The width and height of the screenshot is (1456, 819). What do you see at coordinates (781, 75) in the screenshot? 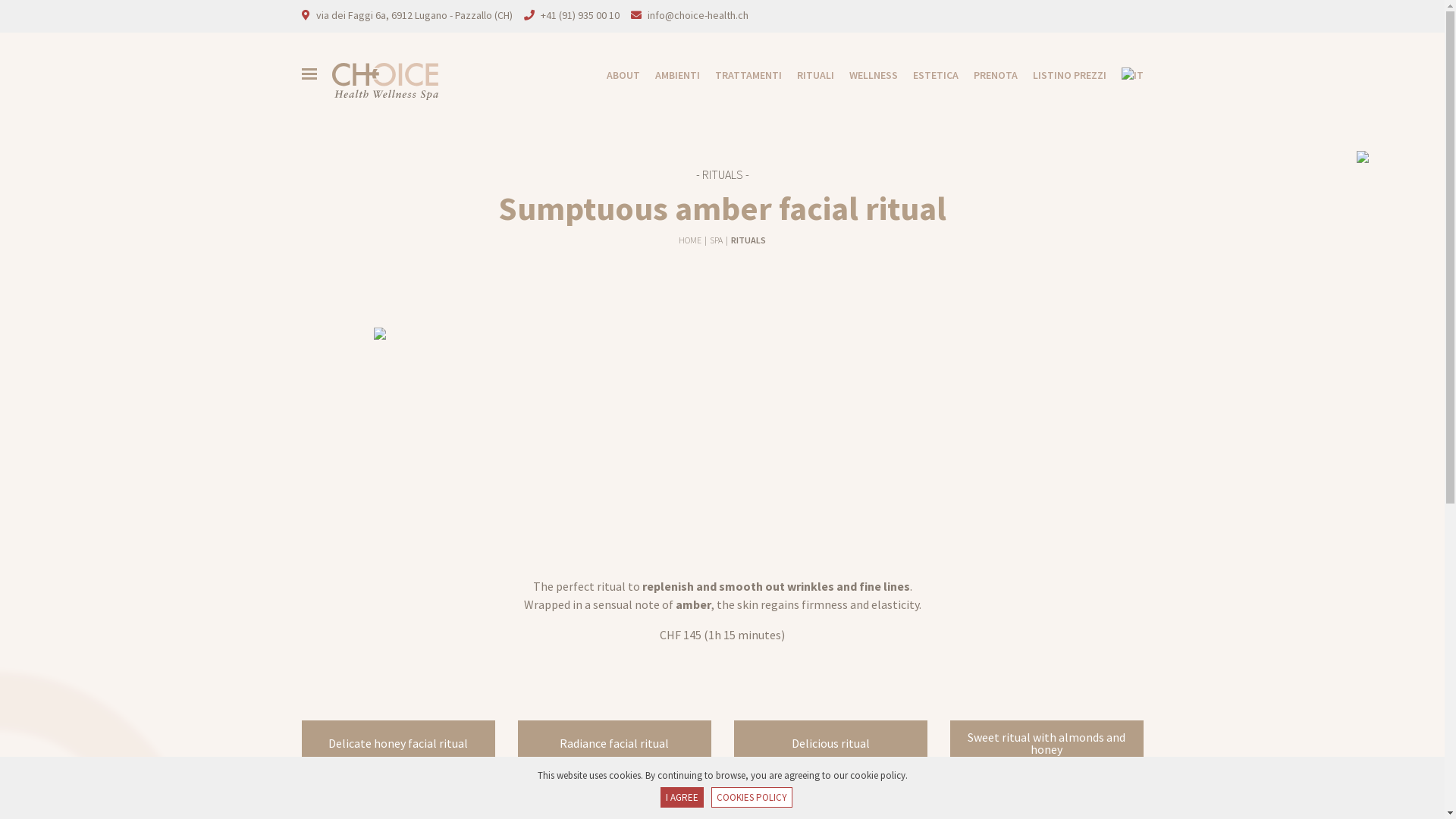
I see `'RITUALI'` at bounding box center [781, 75].